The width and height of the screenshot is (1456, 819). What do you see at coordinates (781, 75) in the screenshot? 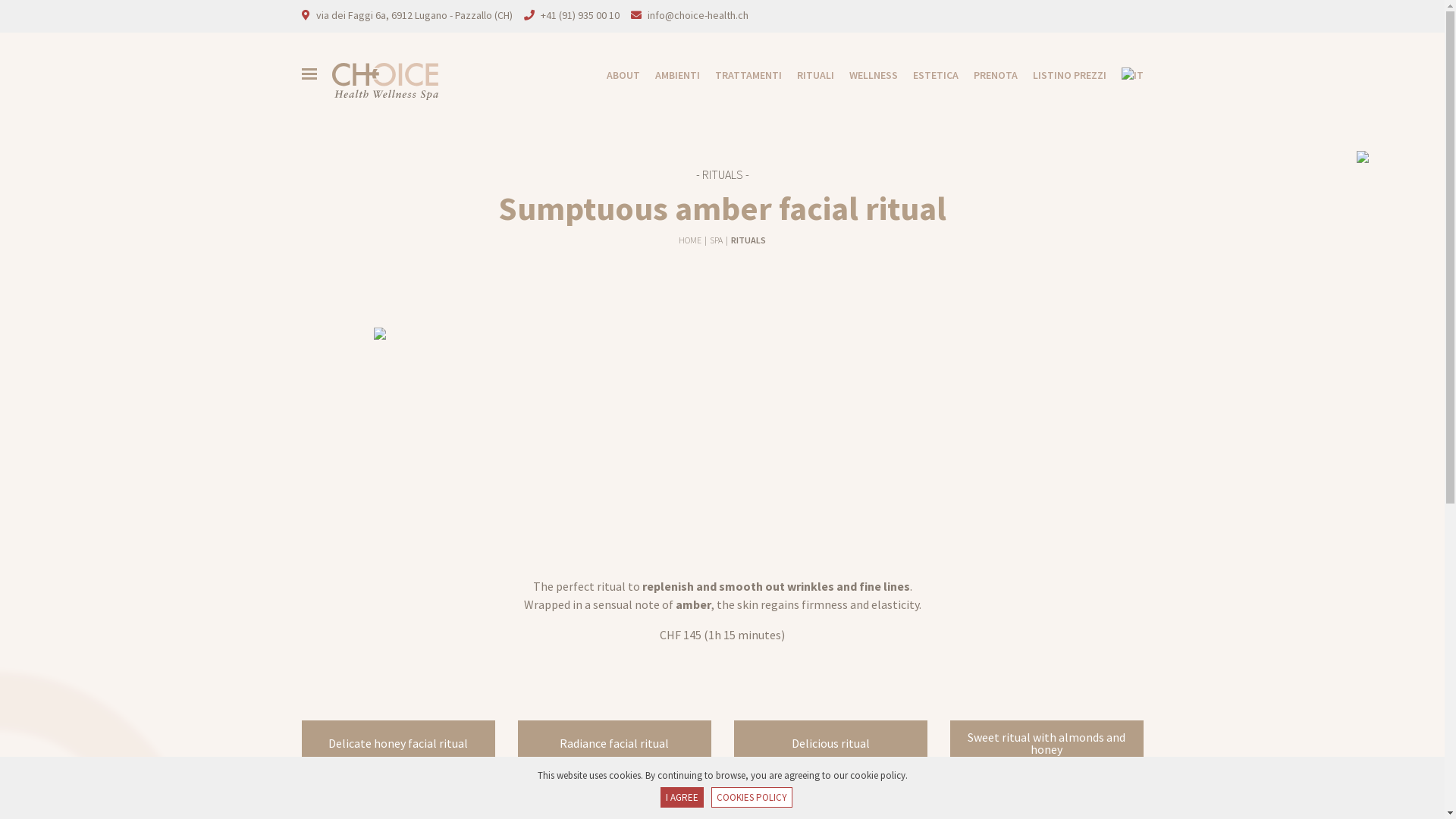
I see `'RITUALI'` at bounding box center [781, 75].